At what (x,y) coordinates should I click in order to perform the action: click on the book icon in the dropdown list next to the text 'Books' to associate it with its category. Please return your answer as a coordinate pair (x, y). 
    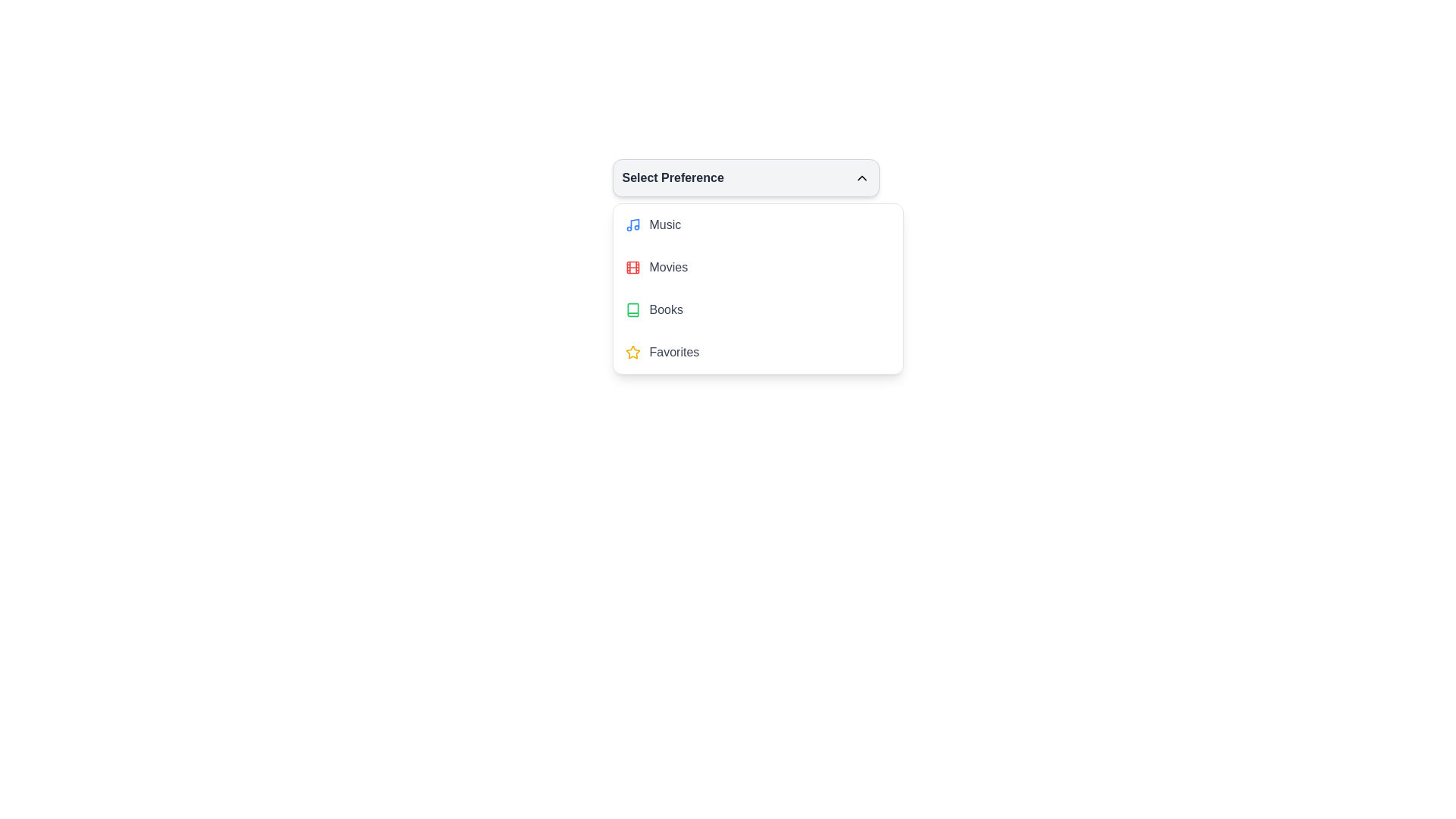
    Looking at the image, I should click on (632, 309).